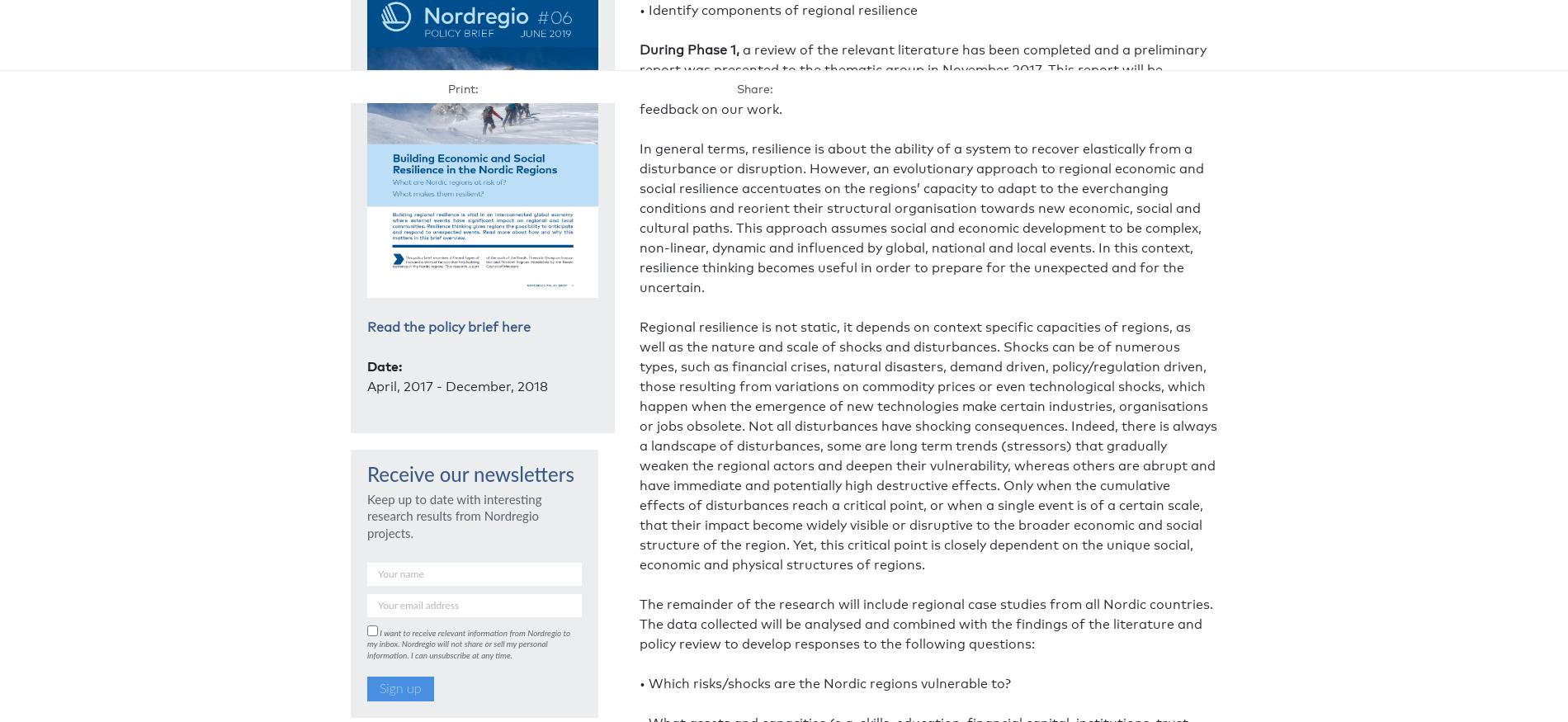  What do you see at coordinates (366, 475) in the screenshot?
I see `'Receive our newsletters'` at bounding box center [366, 475].